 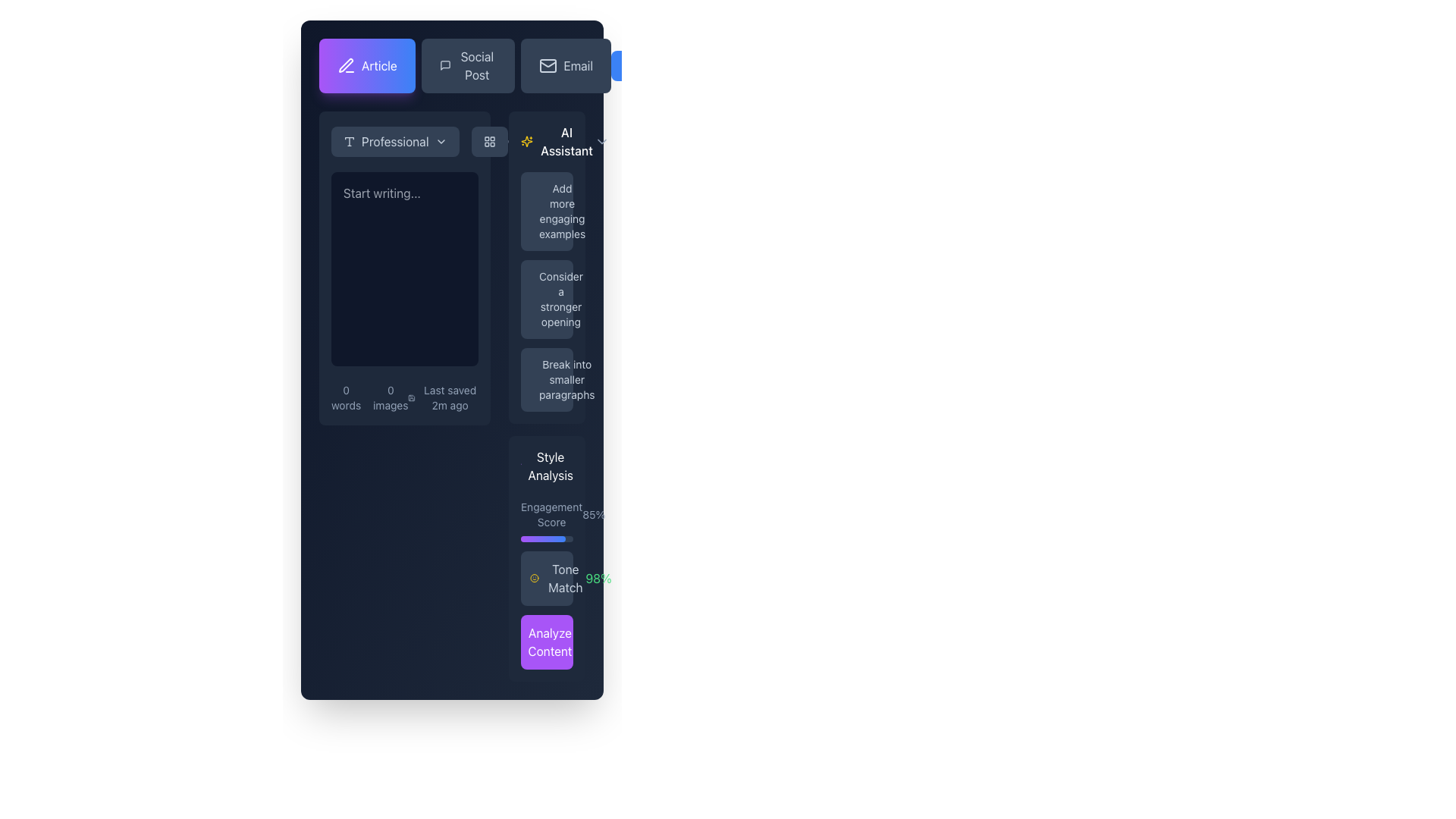 I want to click on the 'Social Post' button, which is a rectangular button with rounded corners, dark navy blue background, and light gray text, positioned between the 'Article' and 'Email' buttons, so click(x=467, y=65).